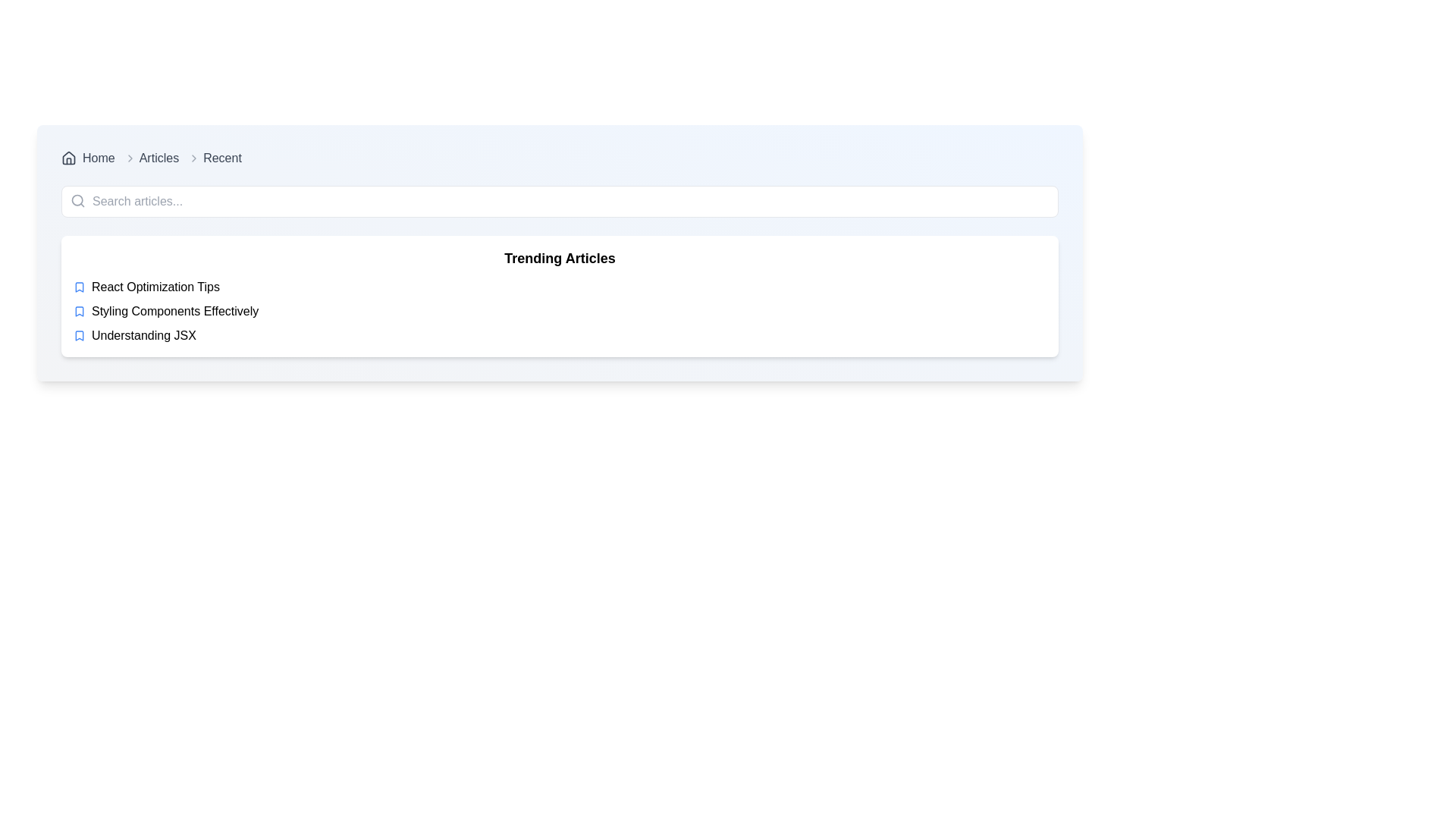  What do you see at coordinates (79, 311) in the screenshot?
I see `the blue bookmark icon located to the left of the text 'Styling Components Effectively'` at bounding box center [79, 311].